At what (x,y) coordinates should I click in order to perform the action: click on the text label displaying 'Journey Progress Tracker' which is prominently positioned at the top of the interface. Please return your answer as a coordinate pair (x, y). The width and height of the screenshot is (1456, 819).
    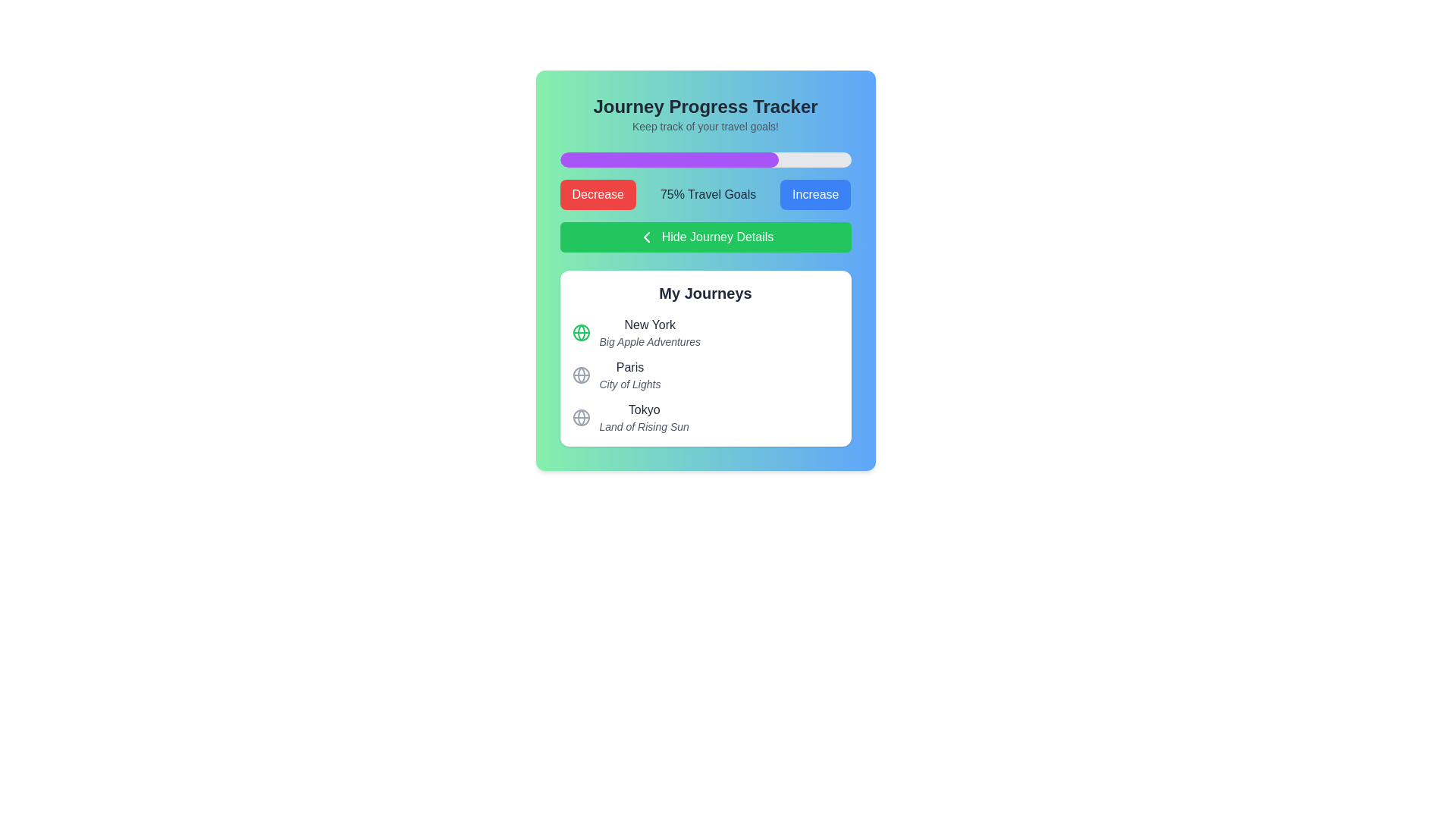
    Looking at the image, I should click on (704, 106).